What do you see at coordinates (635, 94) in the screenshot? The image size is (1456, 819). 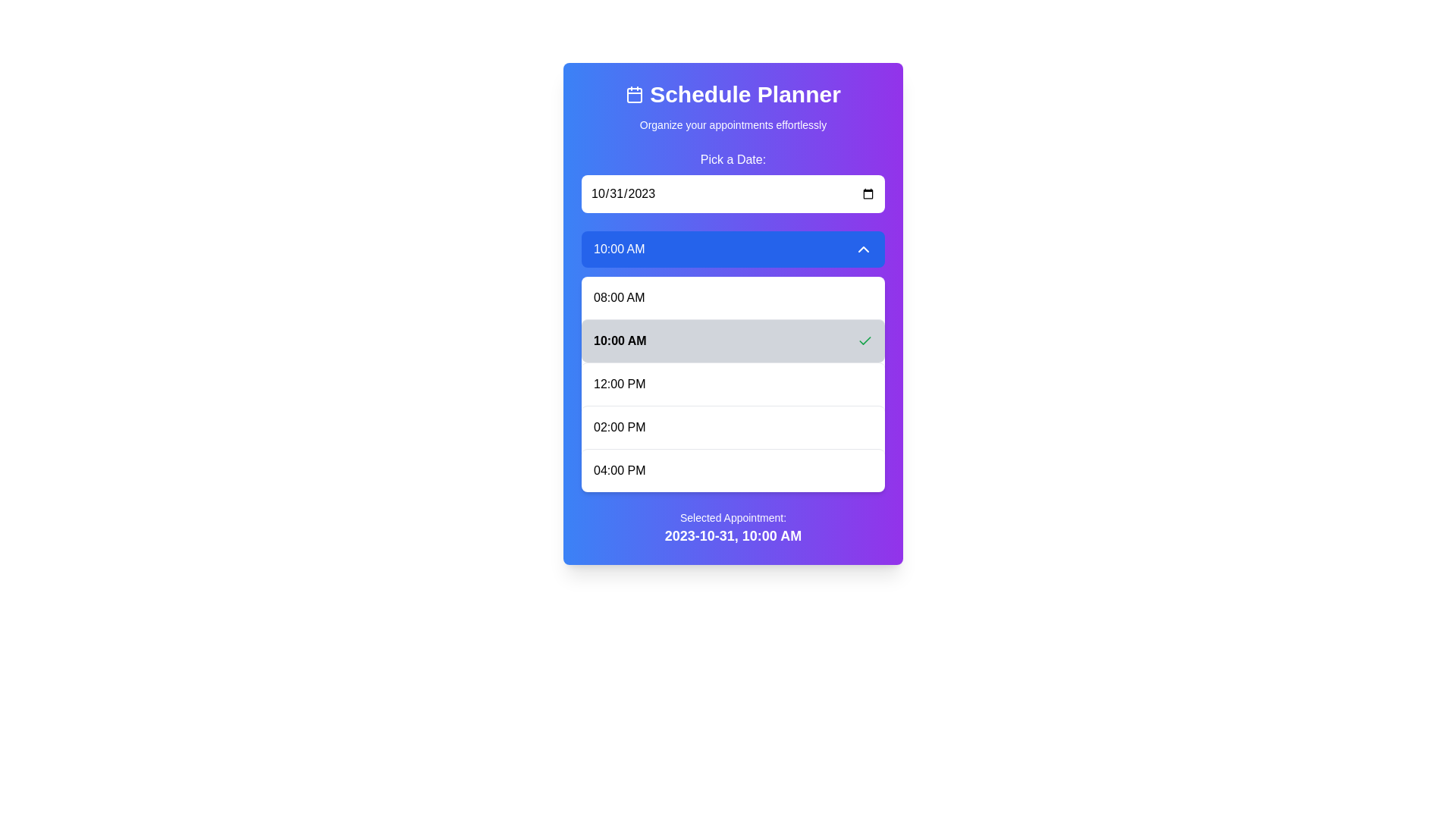 I see `the decorative icon for the 'Schedule Planner' header, which is located to the left of the text and aligns with the main title` at bounding box center [635, 94].